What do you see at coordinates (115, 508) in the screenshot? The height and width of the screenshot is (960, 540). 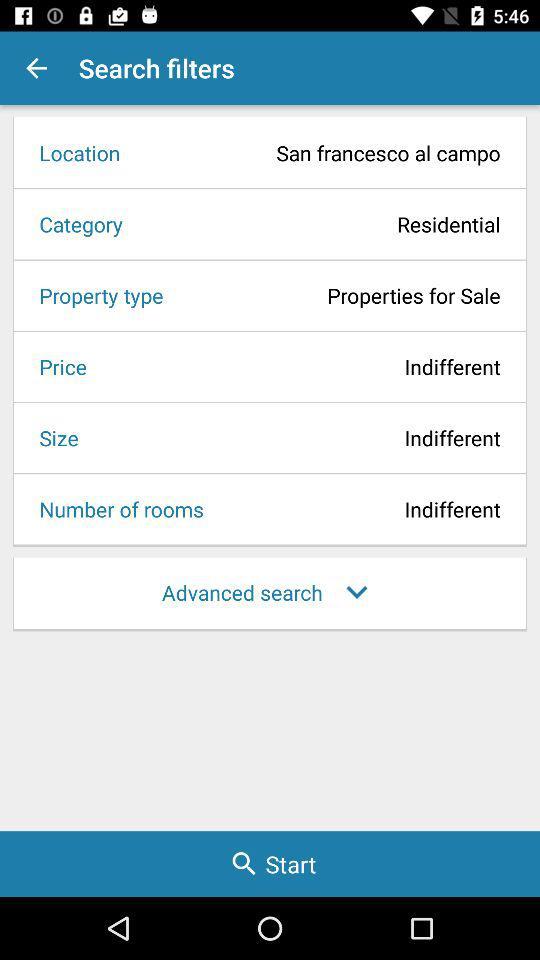 I see `the item below the size` at bounding box center [115, 508].